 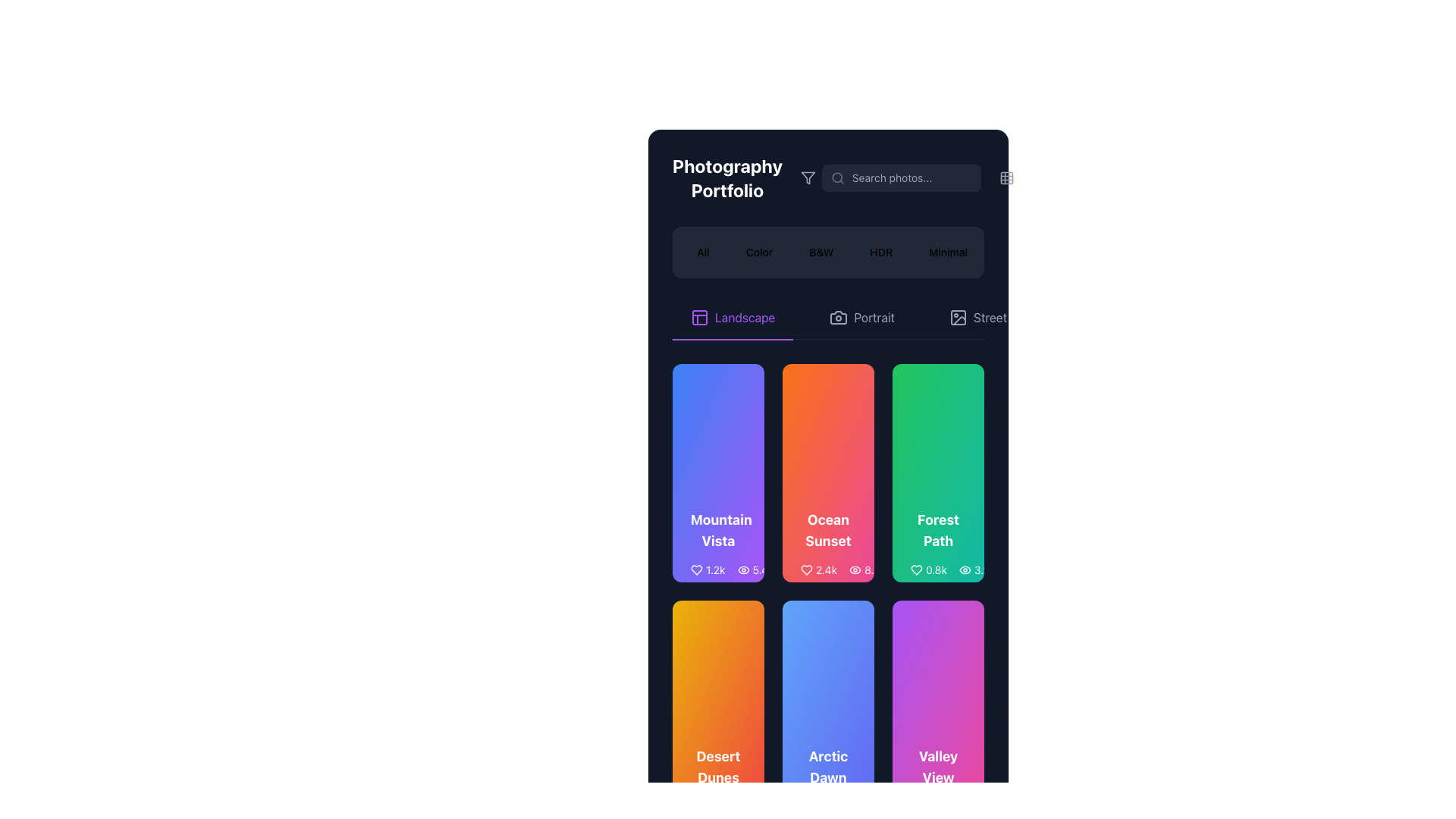 What do you see at coordinates (733, 318) in the screenshot?
I see `the 'Landscape' filter button, which is a text label styled in purple with an icon resembling a layout or grid, positioned over a dark background and underlined for emphasis` at bounding box center [733, 318].